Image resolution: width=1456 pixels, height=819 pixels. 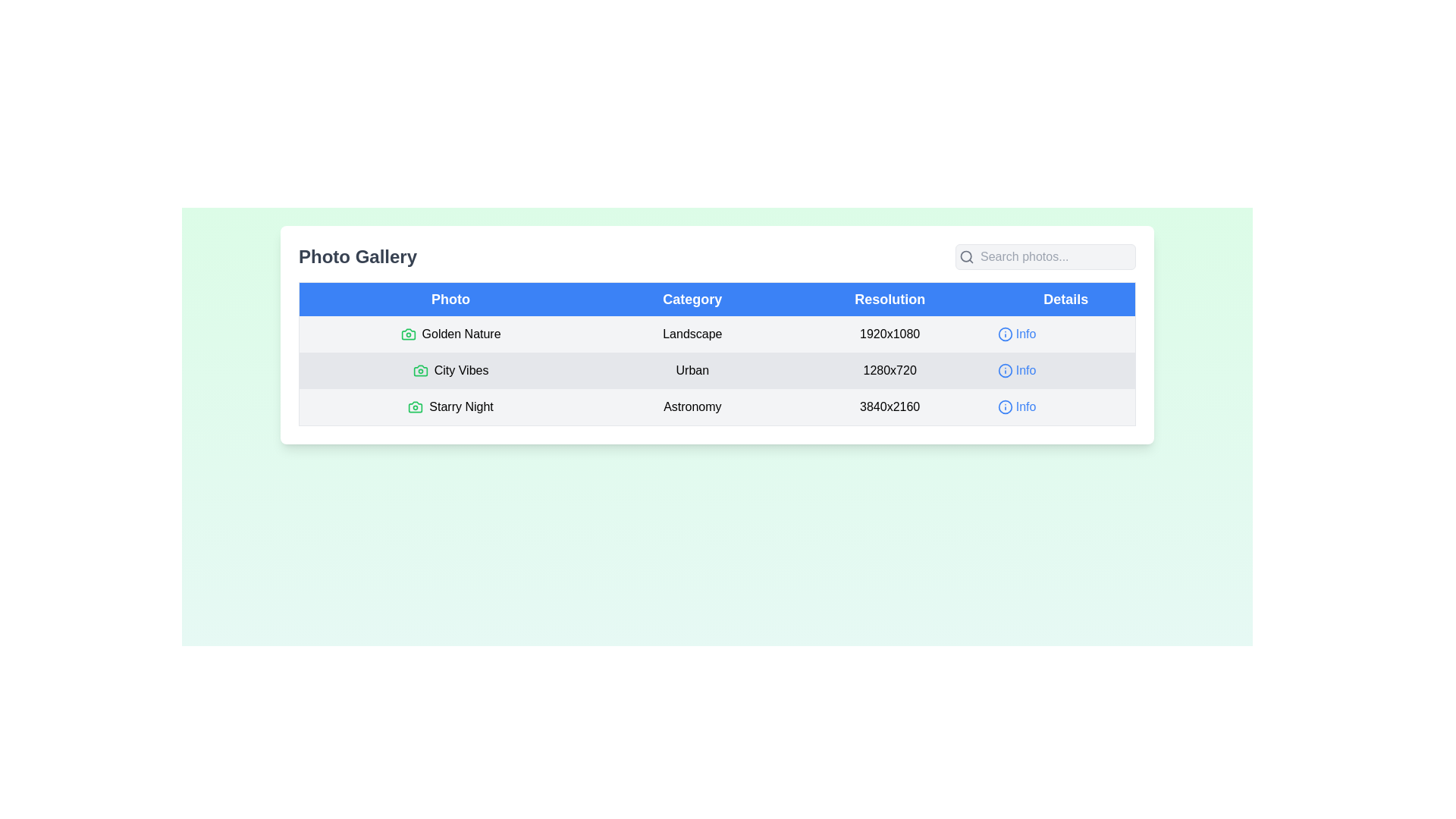 I want to click on the text label indicating the category of the 'Golden Nature' photo located in the second item of the 'Category' column in the table, so click(x=692, y=333).